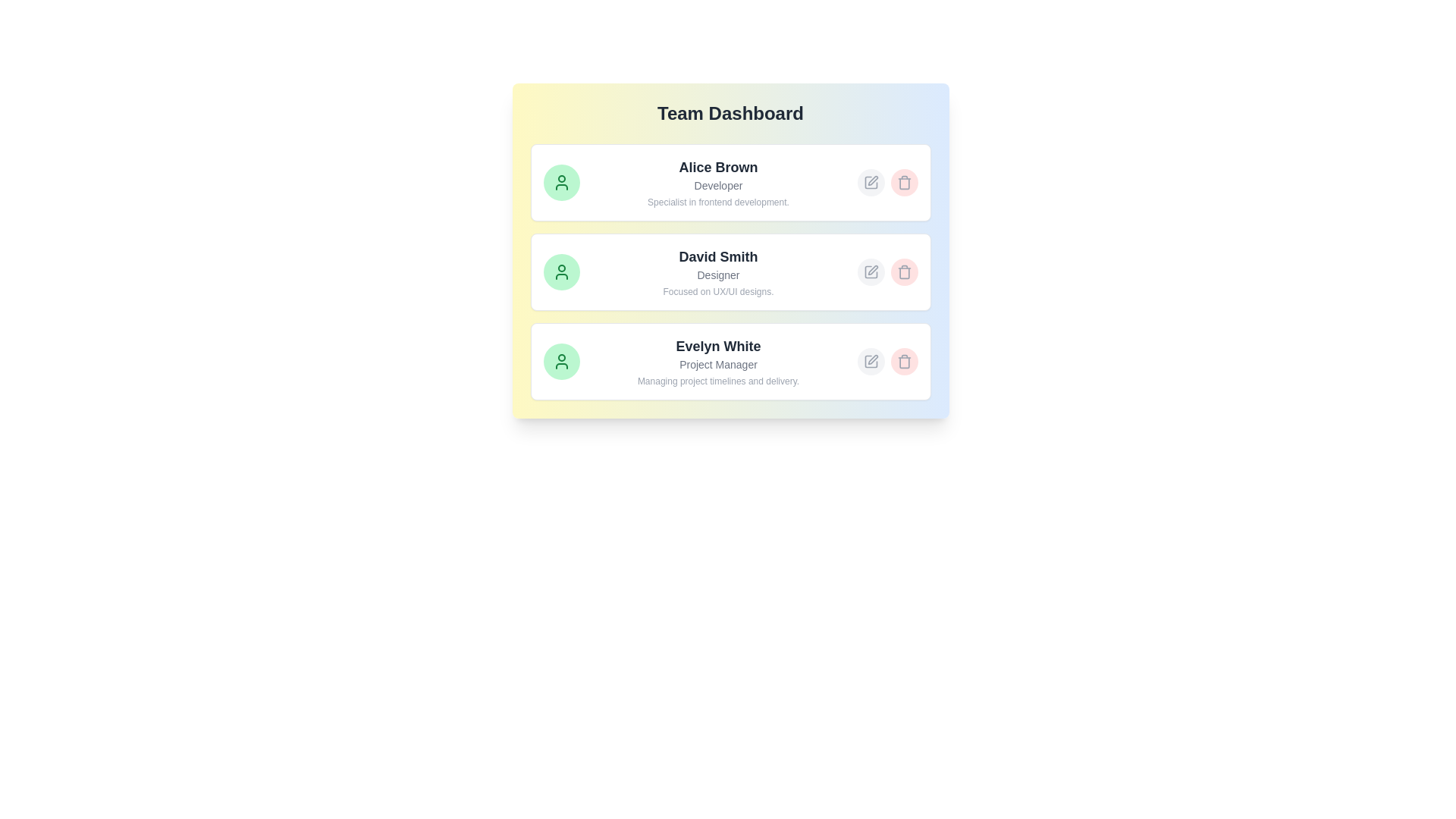 Image resolution: width=1456 pixels, height=819 pixels. Describe the element at coordinates (560, 271) in the screenshot. I see `the user profile icon, which is a simplistic green head and shoulders outline located within a light green circular area, positioned to the left of the 'Alice Brown - Developer' card` at that location.